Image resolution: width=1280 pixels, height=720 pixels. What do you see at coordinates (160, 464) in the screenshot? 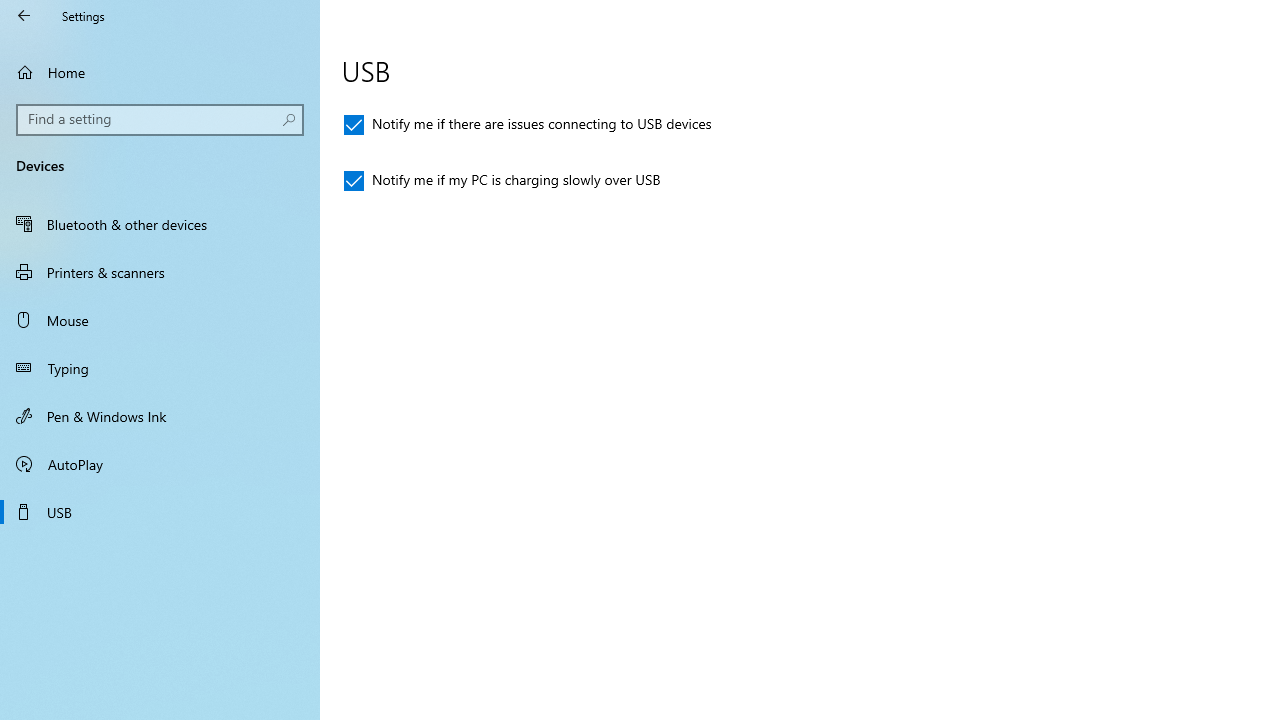
I see `'AutoPlay'` at bounding box center [160, 464].